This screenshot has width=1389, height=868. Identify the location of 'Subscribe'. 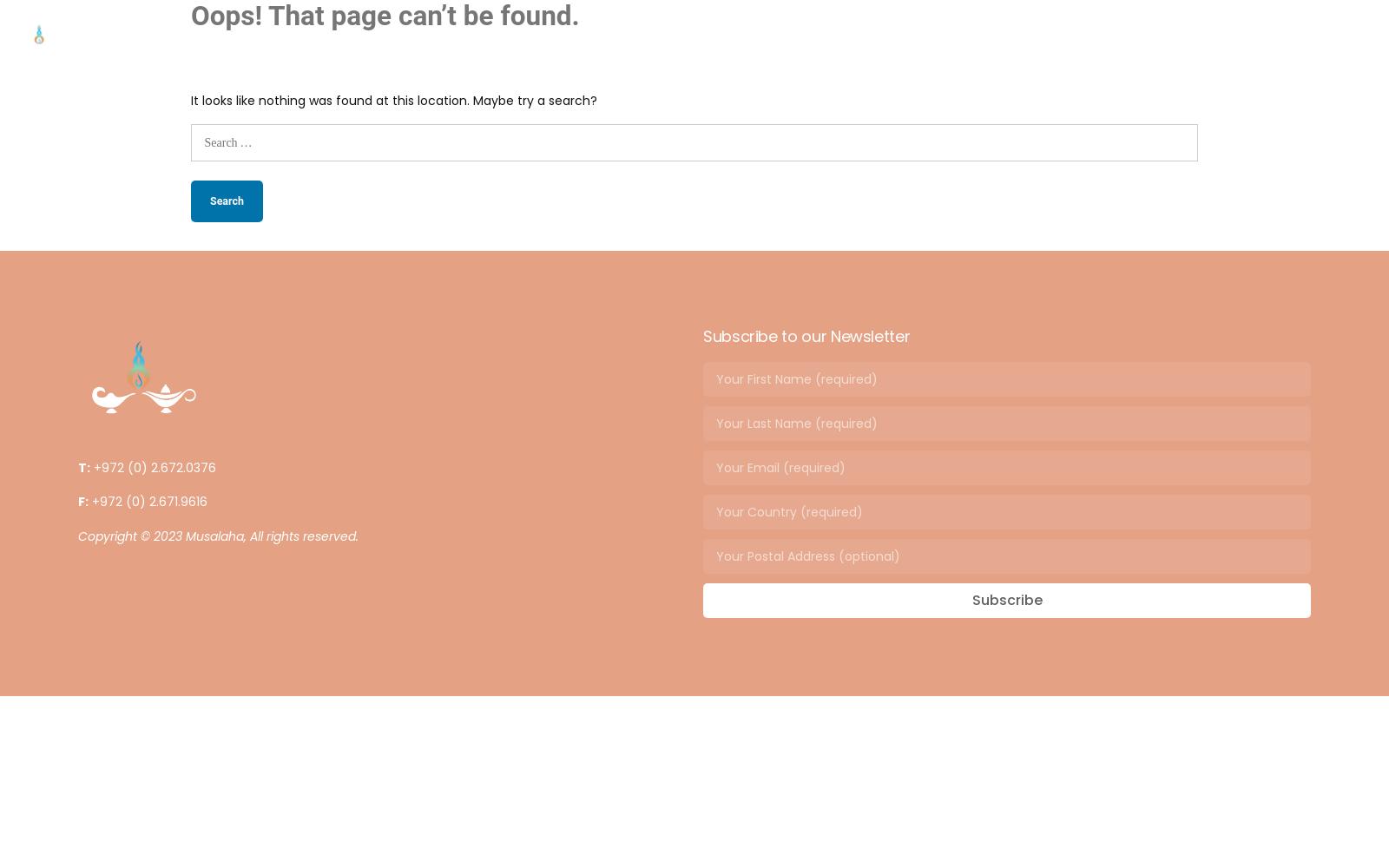
(1006, 599).